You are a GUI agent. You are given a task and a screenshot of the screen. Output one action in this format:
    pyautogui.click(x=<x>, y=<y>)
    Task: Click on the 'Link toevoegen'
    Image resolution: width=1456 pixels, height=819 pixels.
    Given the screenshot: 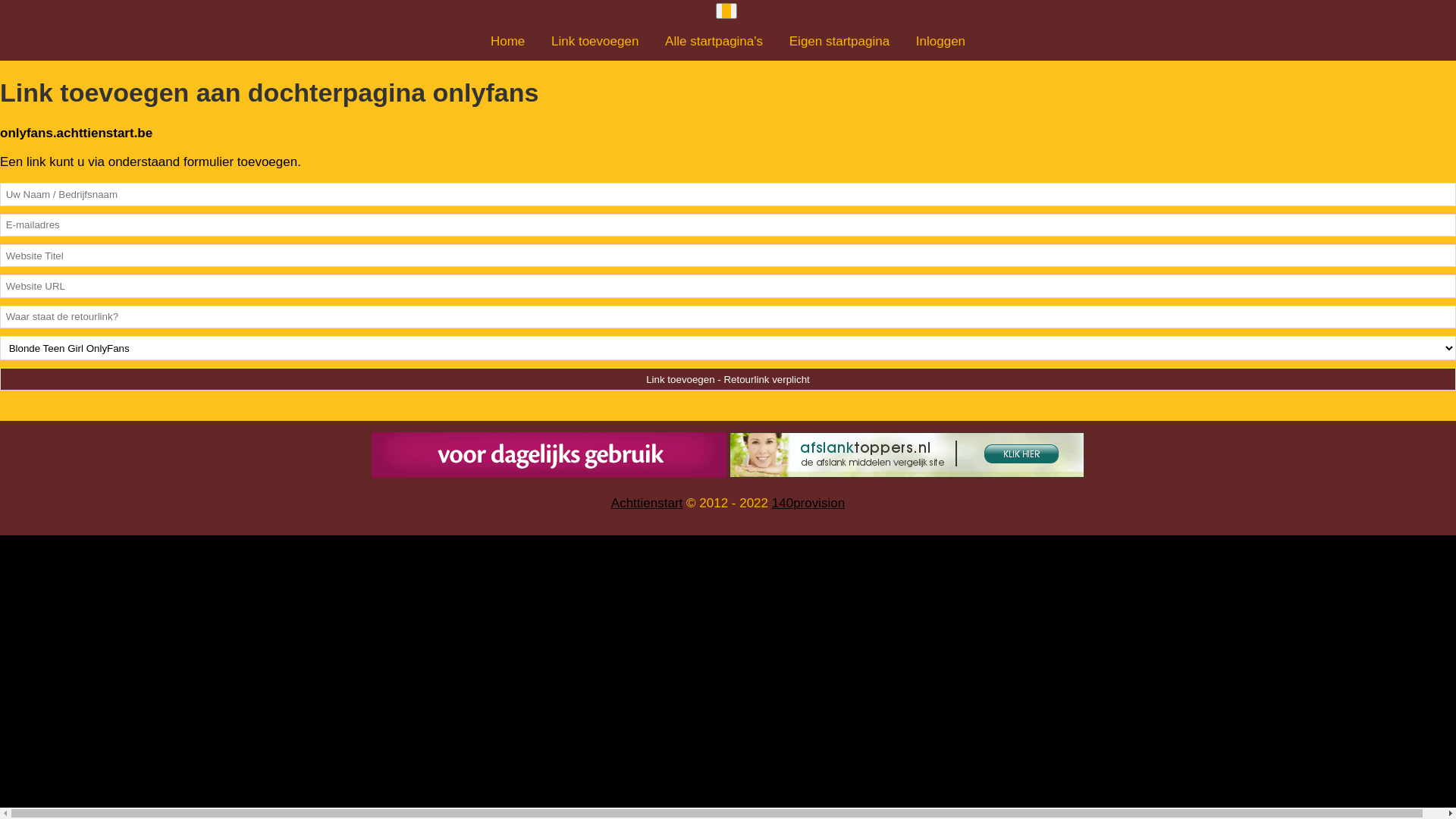 What is the action you would take?
    pyautogui.click(x=594, y=40)
    